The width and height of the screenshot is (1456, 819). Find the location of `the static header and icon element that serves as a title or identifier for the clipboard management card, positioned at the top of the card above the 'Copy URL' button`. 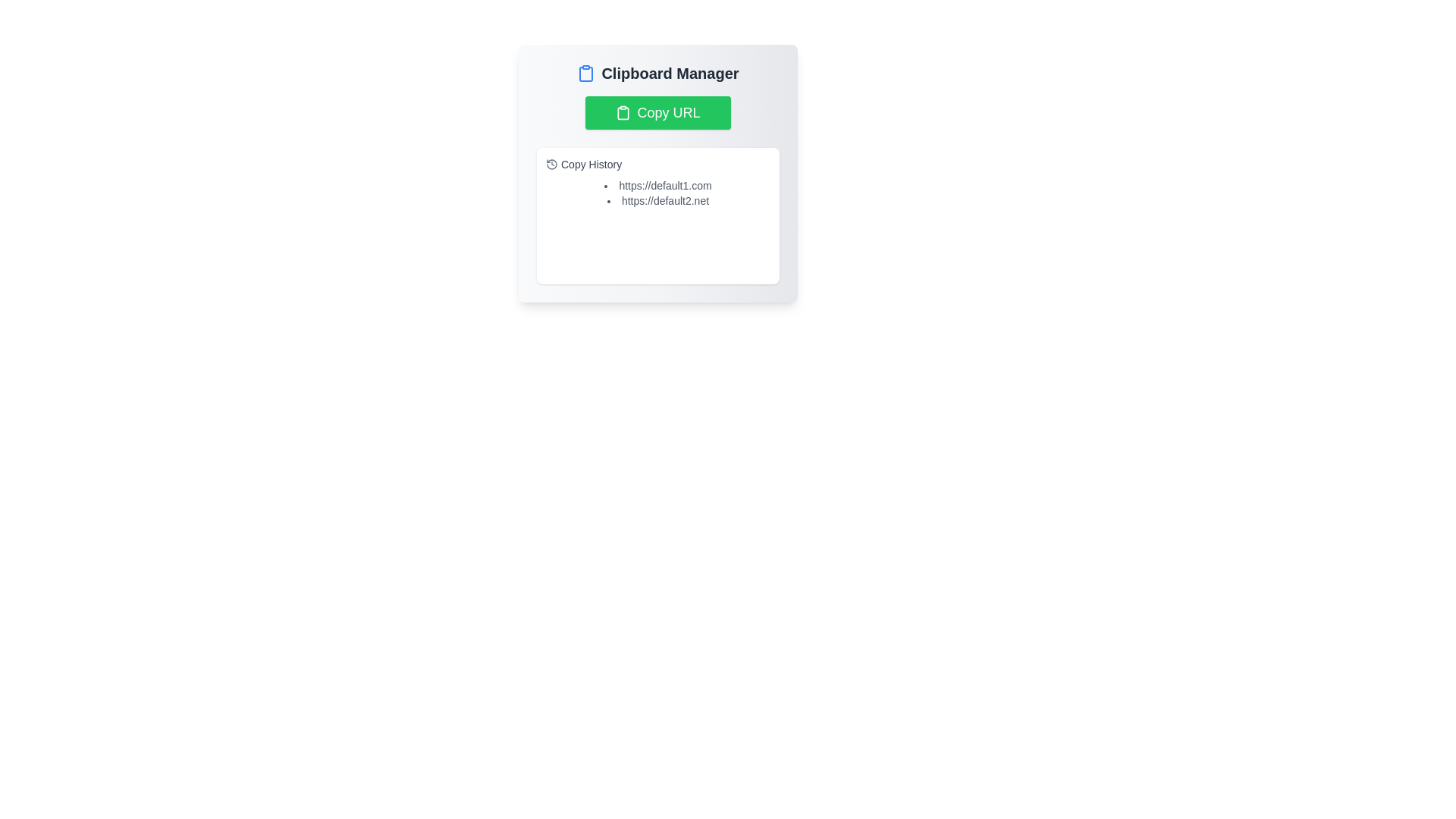

the static header and icon element that serves as a title or identifier for the clipboard management card, positioned at the top of the card above the 'Copy URL' button is located at coordinates (658, 73).